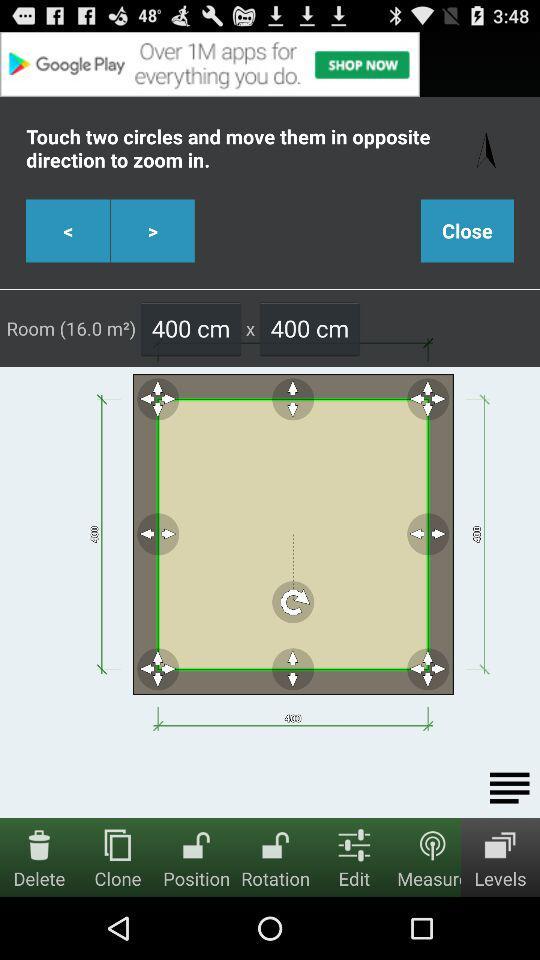  What do you see at coordinates (270, 64) in the screenshot?
I see `click on the advertisement` at bounding box center [270, 64].